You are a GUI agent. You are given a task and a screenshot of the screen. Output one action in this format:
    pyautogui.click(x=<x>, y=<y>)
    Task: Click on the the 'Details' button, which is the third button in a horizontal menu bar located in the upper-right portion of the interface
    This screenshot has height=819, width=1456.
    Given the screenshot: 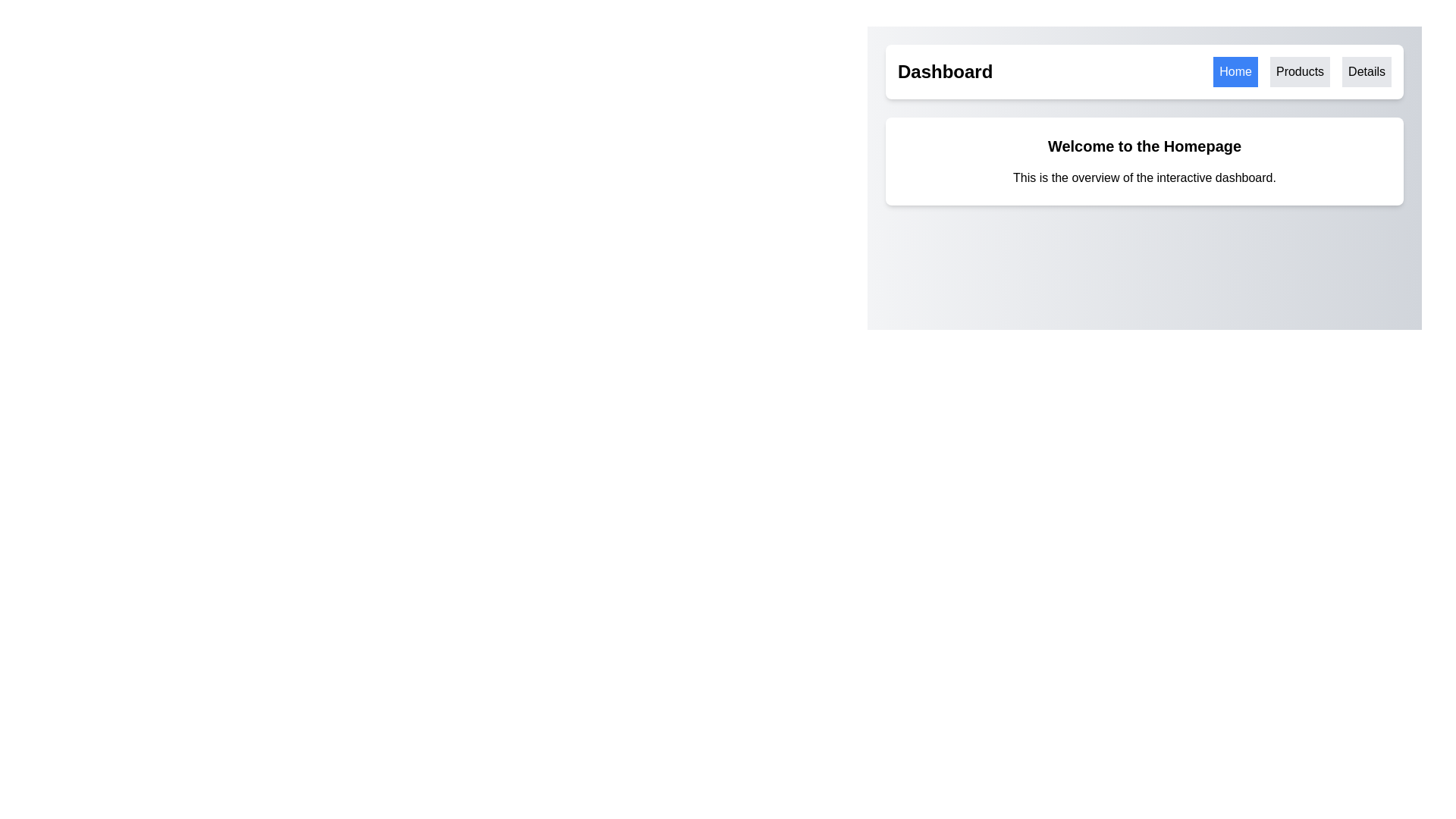 What is the action you would take?
    pyautogui.click(x=1367, y=72)
    